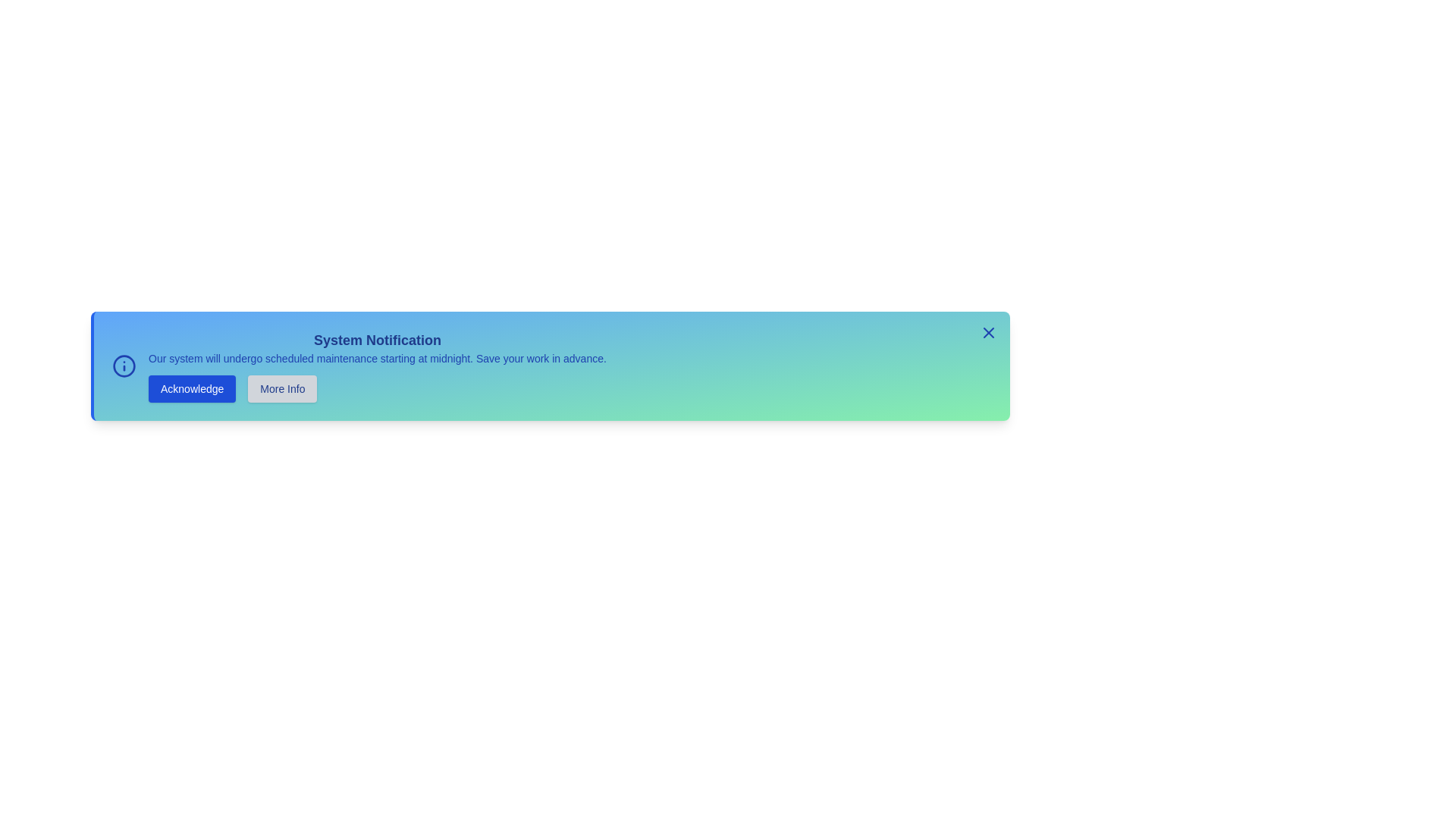  I want to click on the close button to dismiss the notification, so click(989, 332).